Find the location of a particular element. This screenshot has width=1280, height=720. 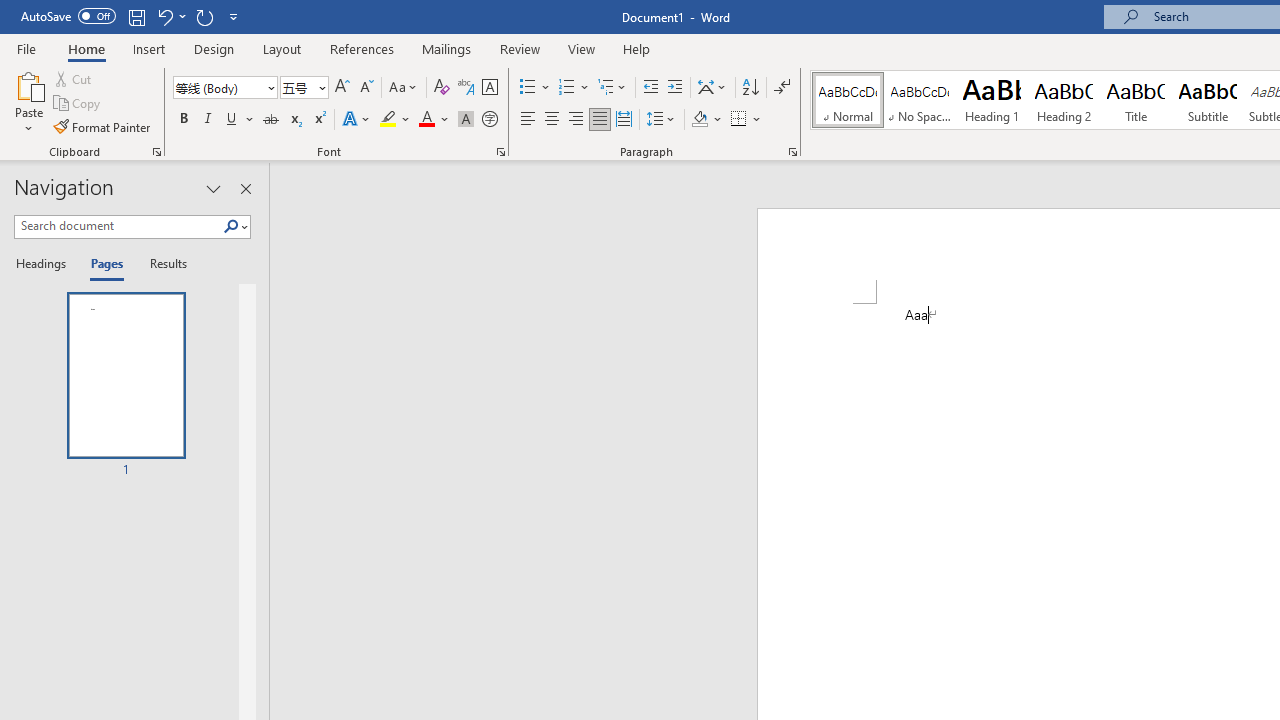

'Quick Access Toolbar' is located at coordinates (130, 16).